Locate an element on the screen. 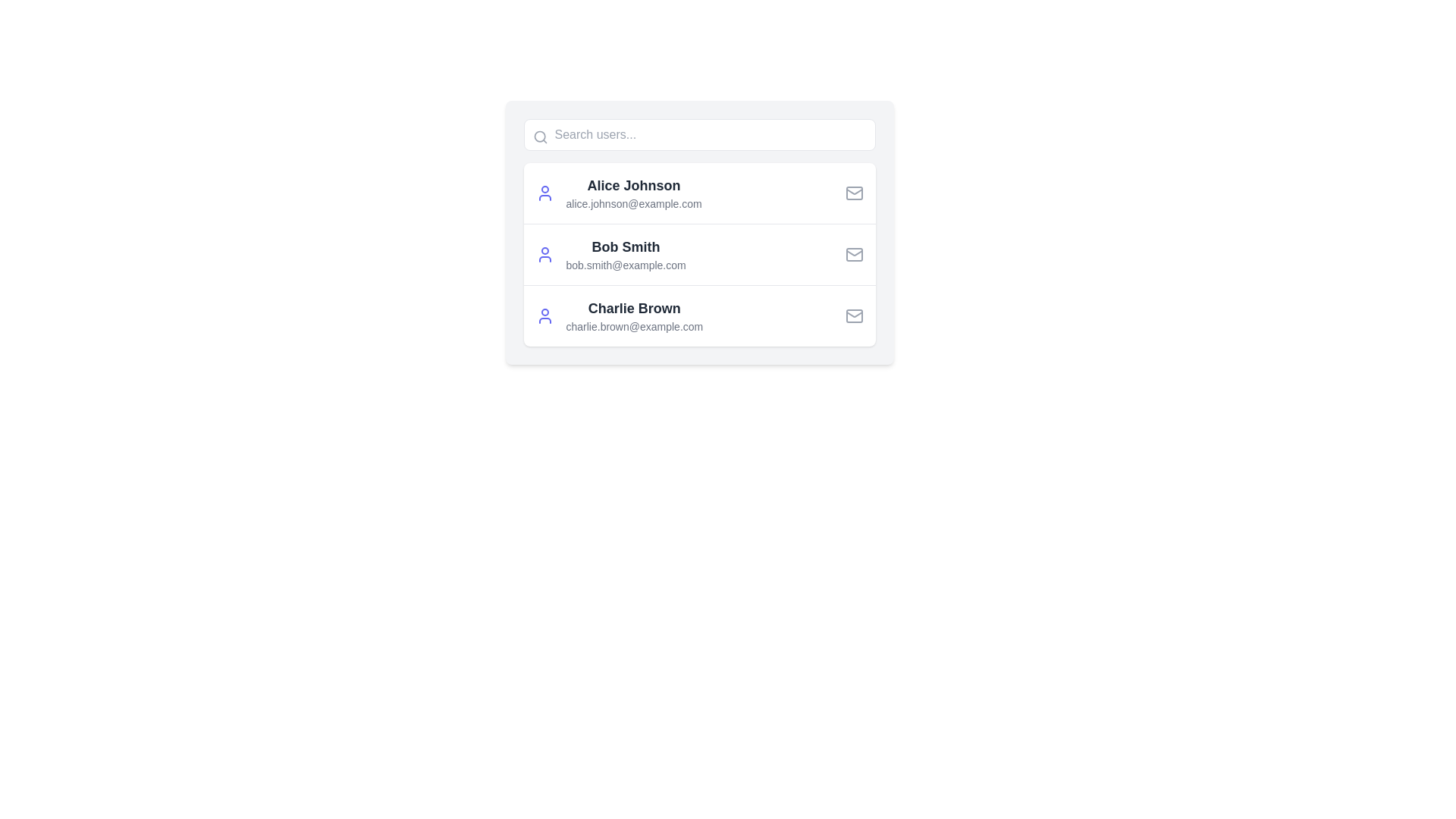 The height and width of the screenshot is (819, 1456). the static text label displaying the name 'Alice Johnson' in the user profile list, which is positioned above the email address in the first entry is located at coordinates (634, 185).